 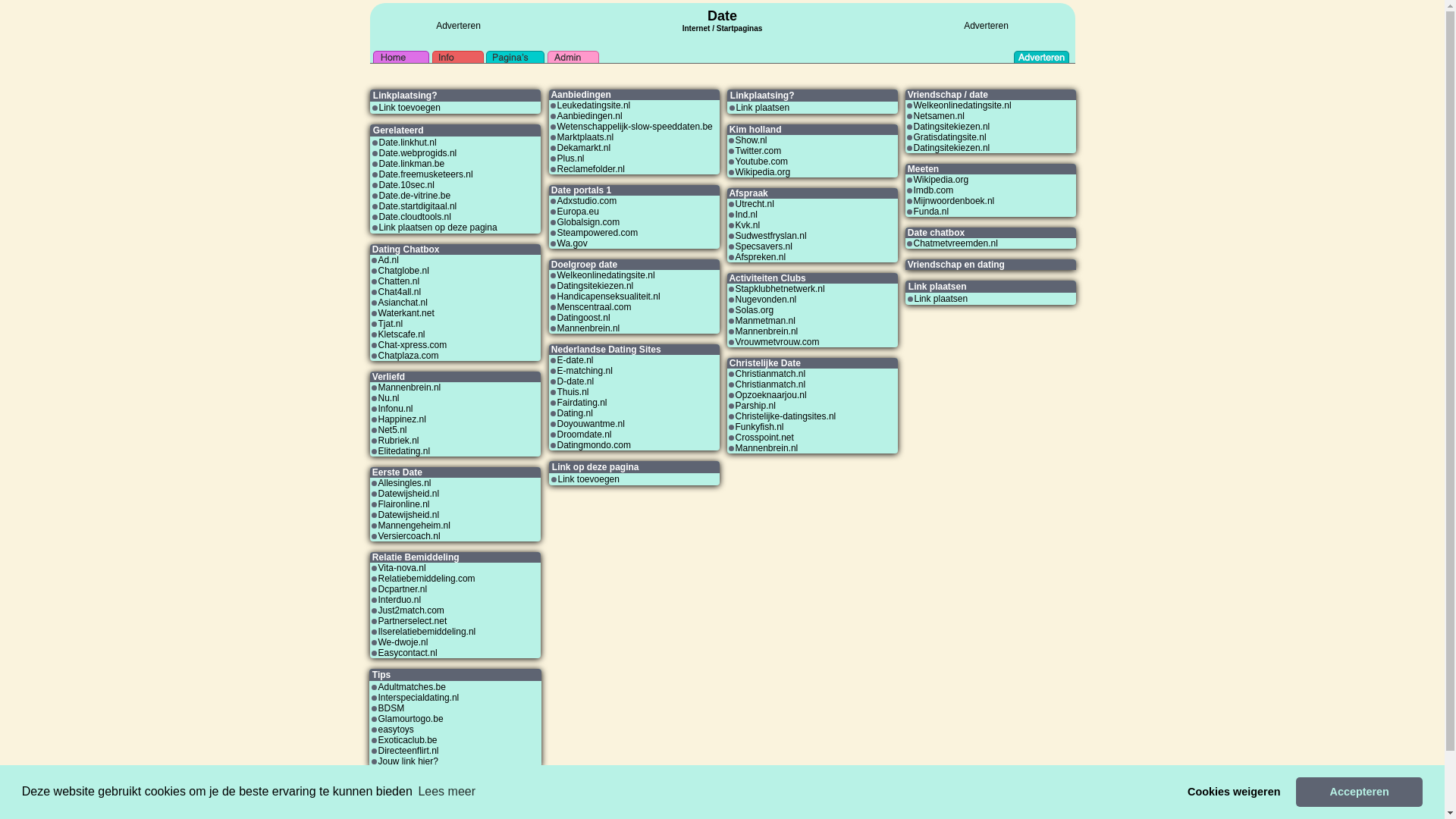 What do you see at coordinates (589, 424) in the screenshot?
I see `'Doyouwantme.nl'` at bounding box center [589, 424].